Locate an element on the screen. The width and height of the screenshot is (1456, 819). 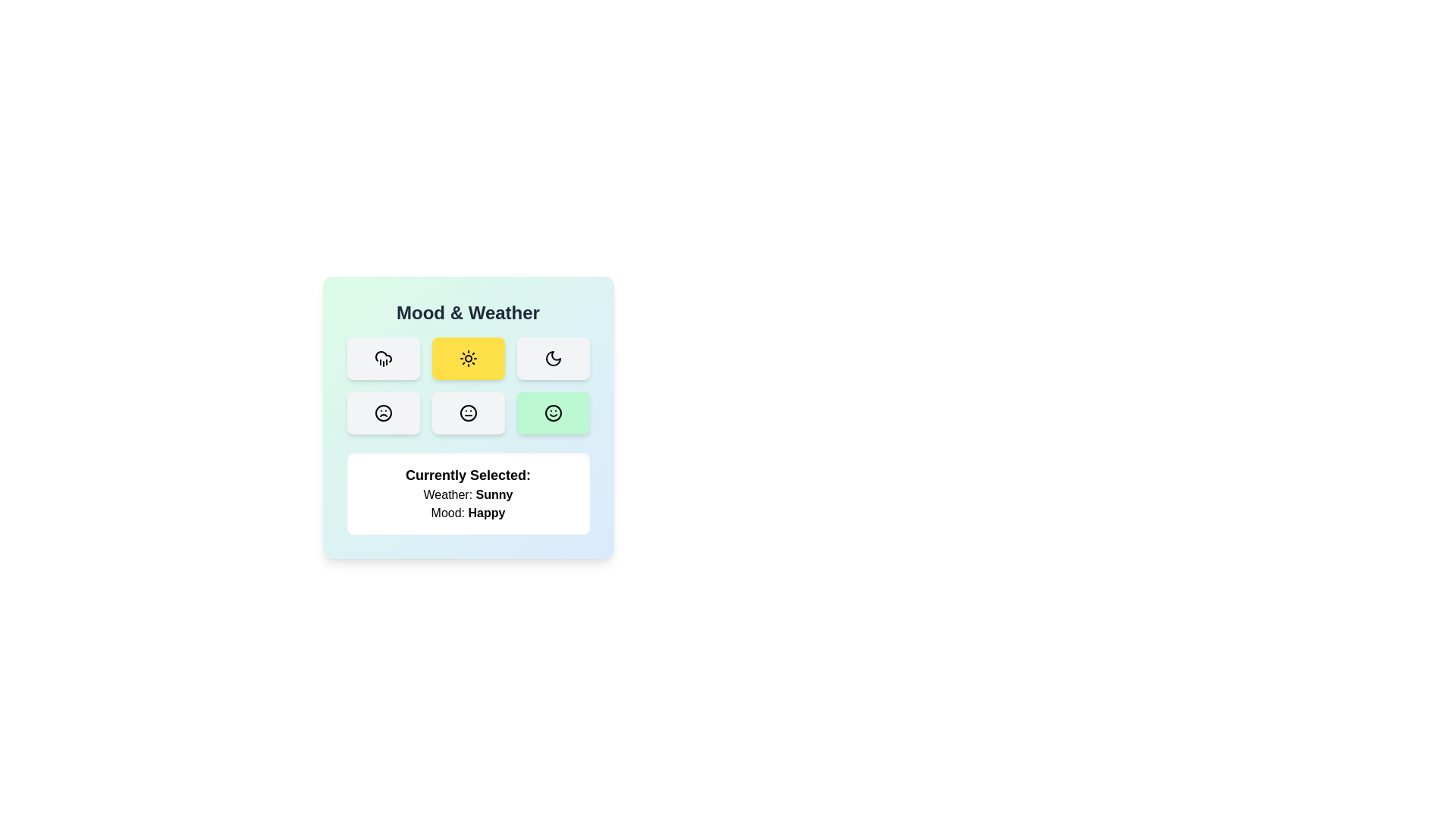
the 'Sunny' text label that indicates the currently selected weather condition in the 'Currently Selected' section is located at coordinates (494, 494).